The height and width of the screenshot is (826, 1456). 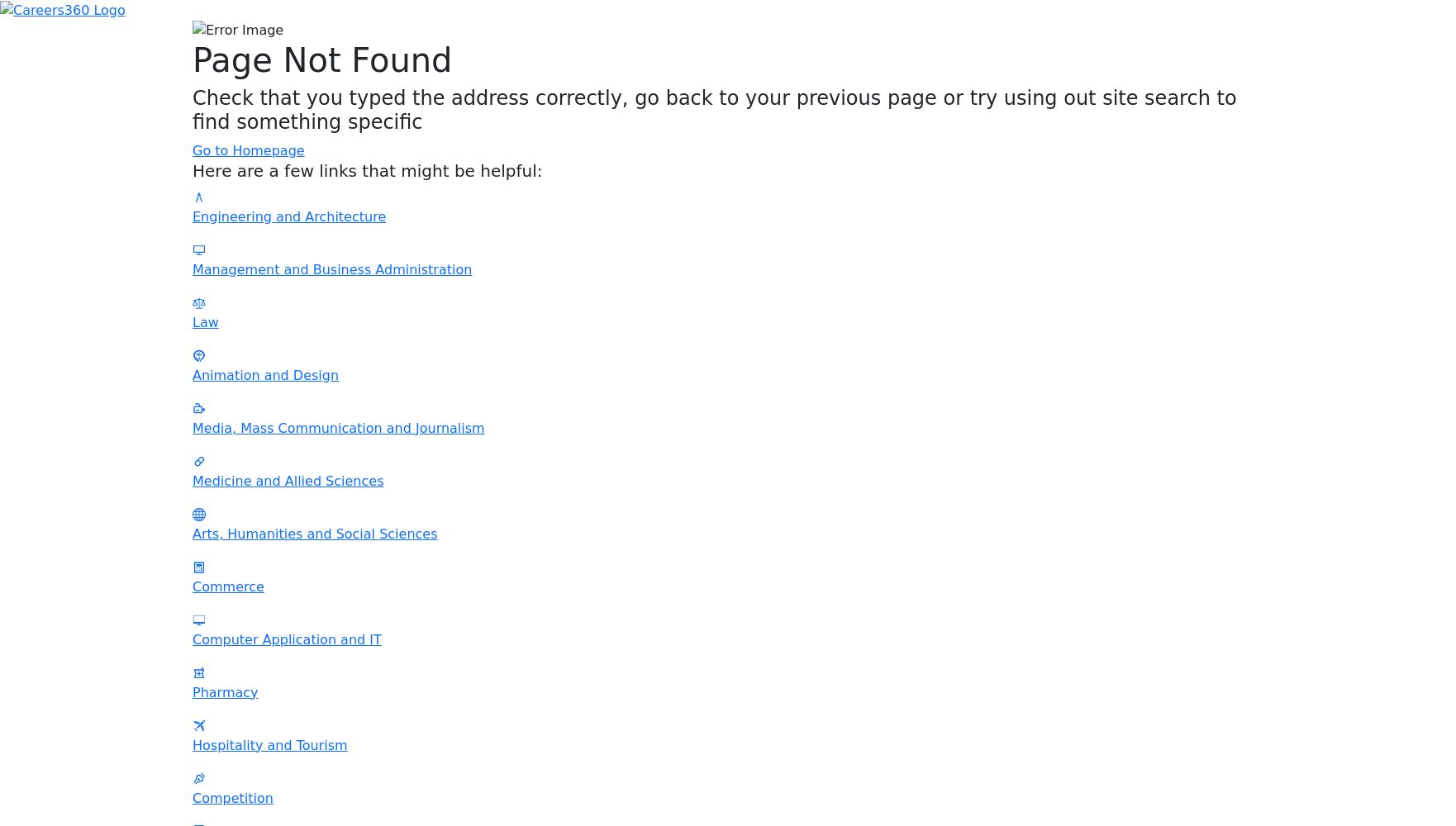 What do you see at coordinates (338, 427) in the screenshot?
I see `'Media, Mass Communication and Journalism'` at bounding box center [338, 427].